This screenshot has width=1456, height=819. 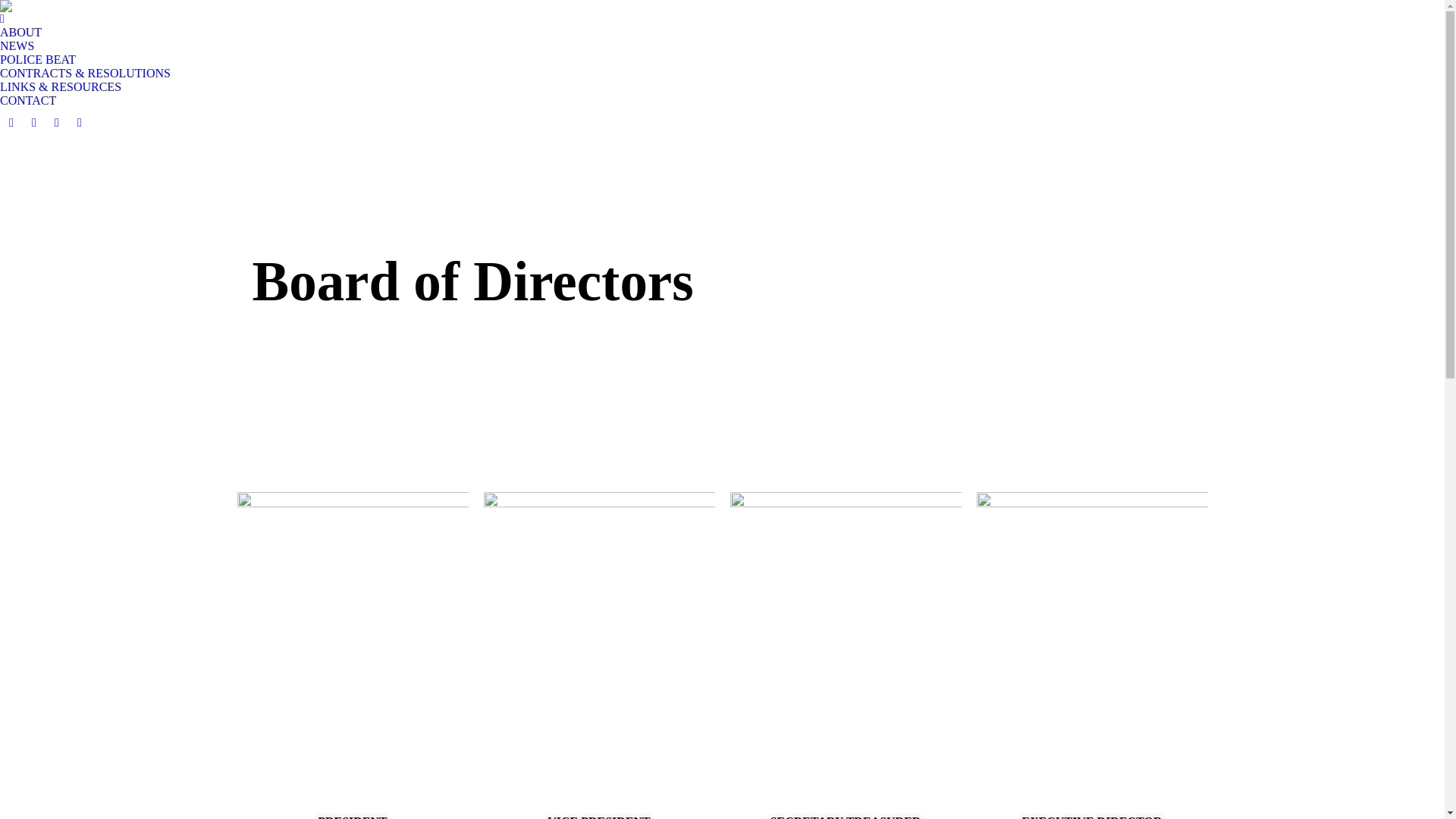 I want to click on 'CONTRACTS & RESOLUTIONS', so click(x=84, y=73).